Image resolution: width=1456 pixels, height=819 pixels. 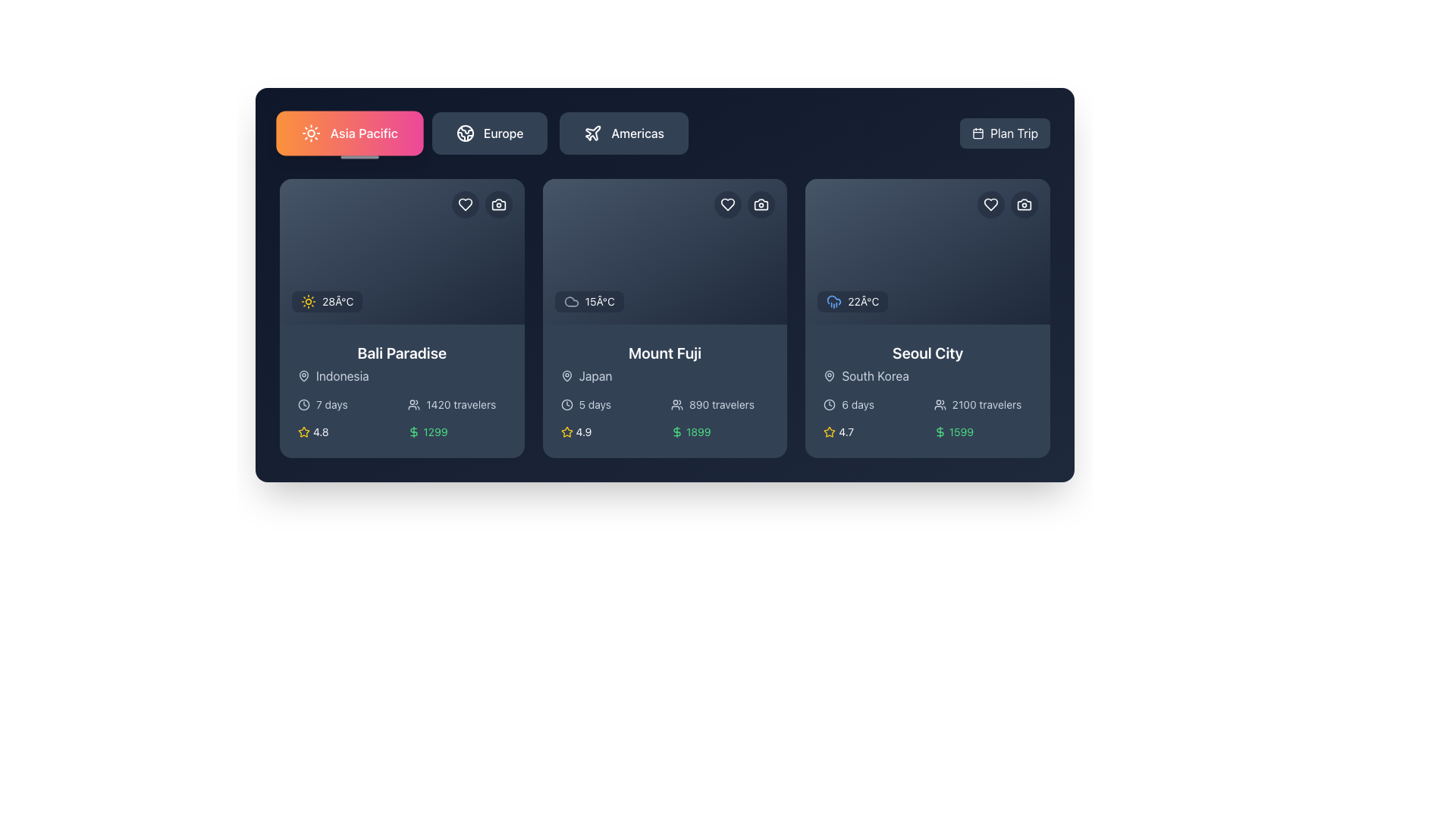 What do you see at coordinates (504, 133) in the screenshot?
I see `text of the navigation button label for 'Europe', which is the second button from the left in the navigation options, located slightly to the right of the button's center` at bounding box center [504, 133].